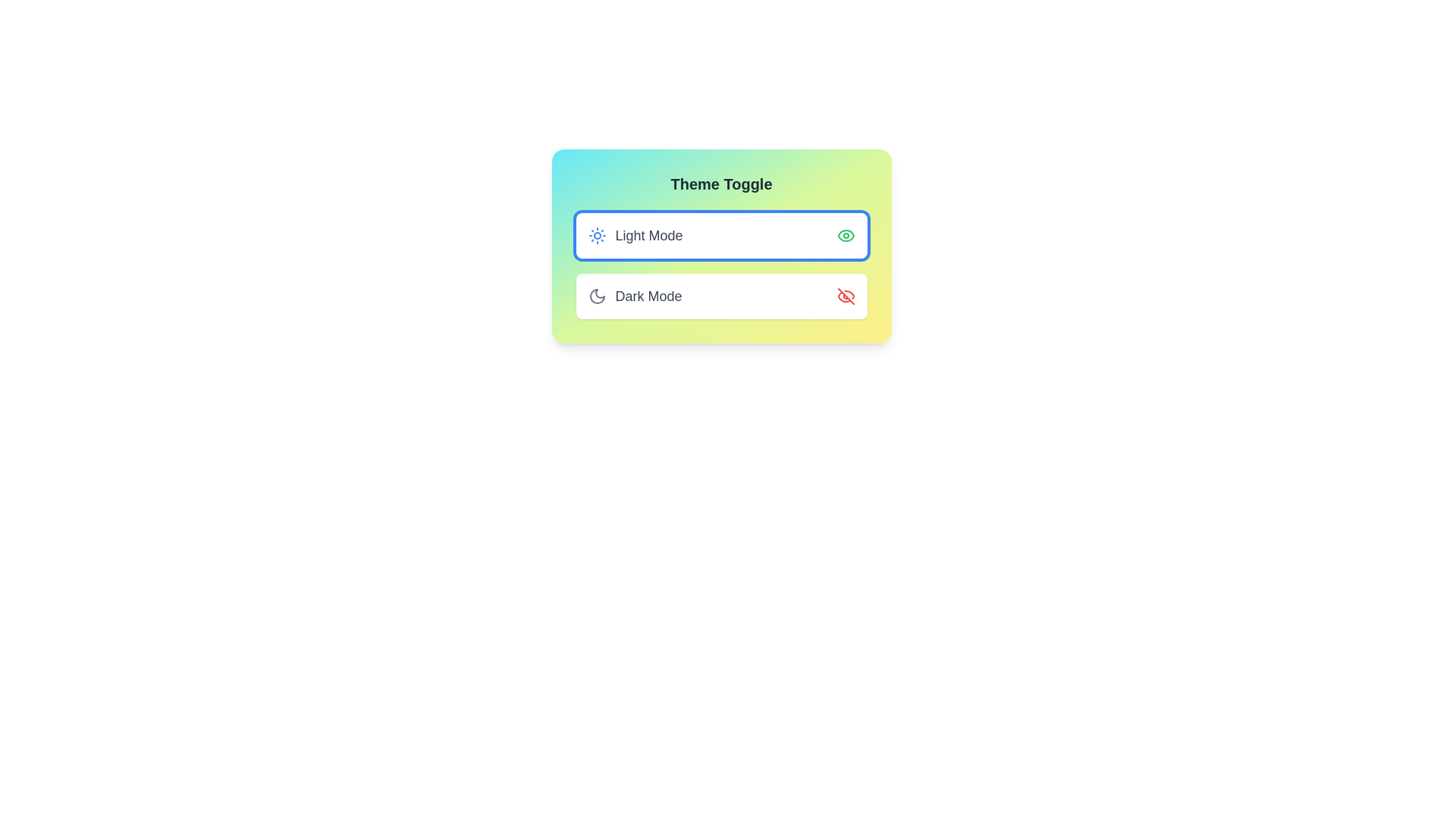 This screenshot has height=819, width=1456. What do you see at coordinates (720, 296) in the screenshot?
I see `the theme Dark Mode to observe the visual feedback` at bounding box center [720, 296].